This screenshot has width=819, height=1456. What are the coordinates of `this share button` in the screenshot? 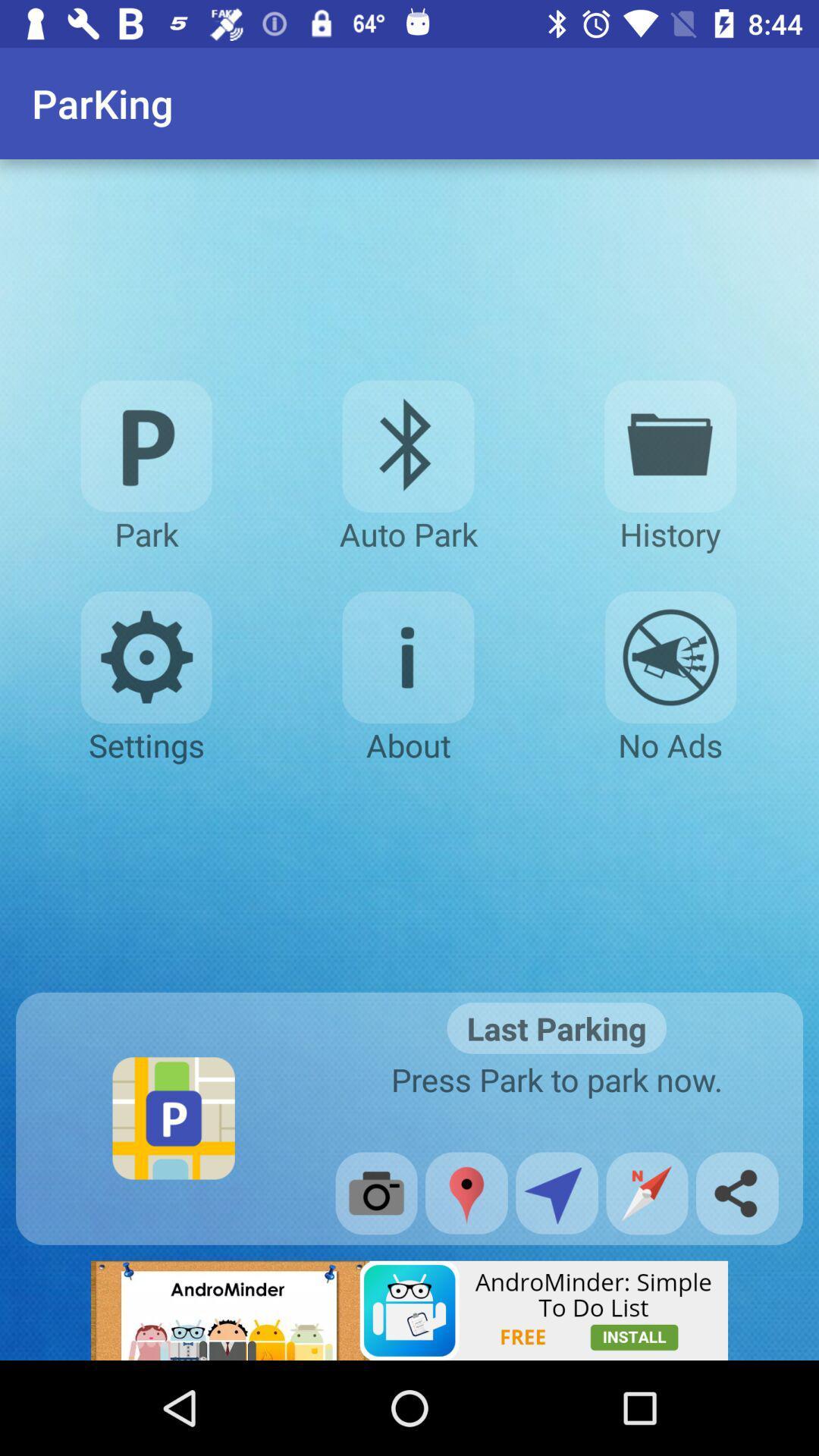 It's located at (557, 1192).